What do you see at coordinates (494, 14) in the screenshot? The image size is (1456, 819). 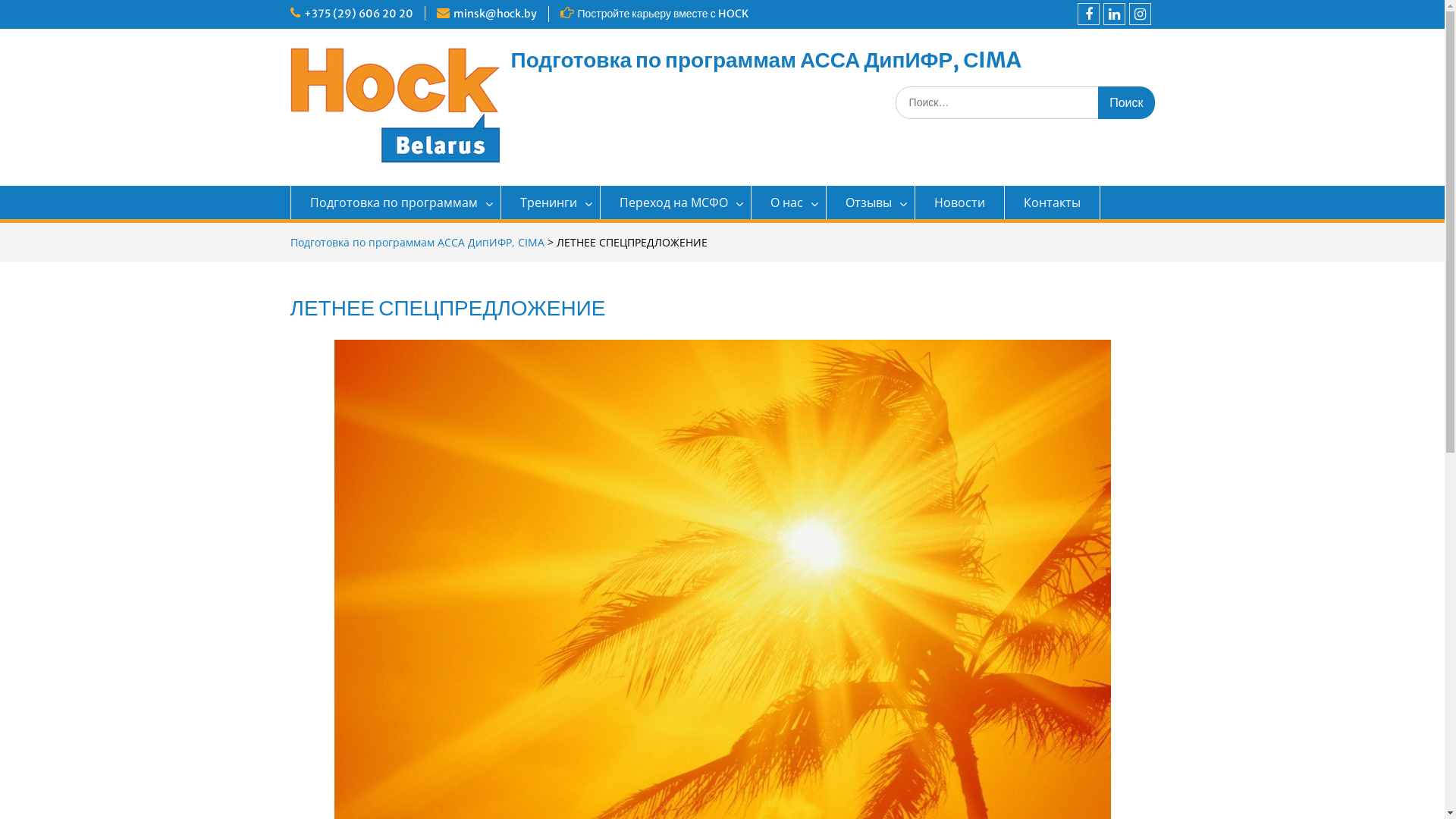 I see `'minsk@hock.by'` at bounding box center [494, 14].